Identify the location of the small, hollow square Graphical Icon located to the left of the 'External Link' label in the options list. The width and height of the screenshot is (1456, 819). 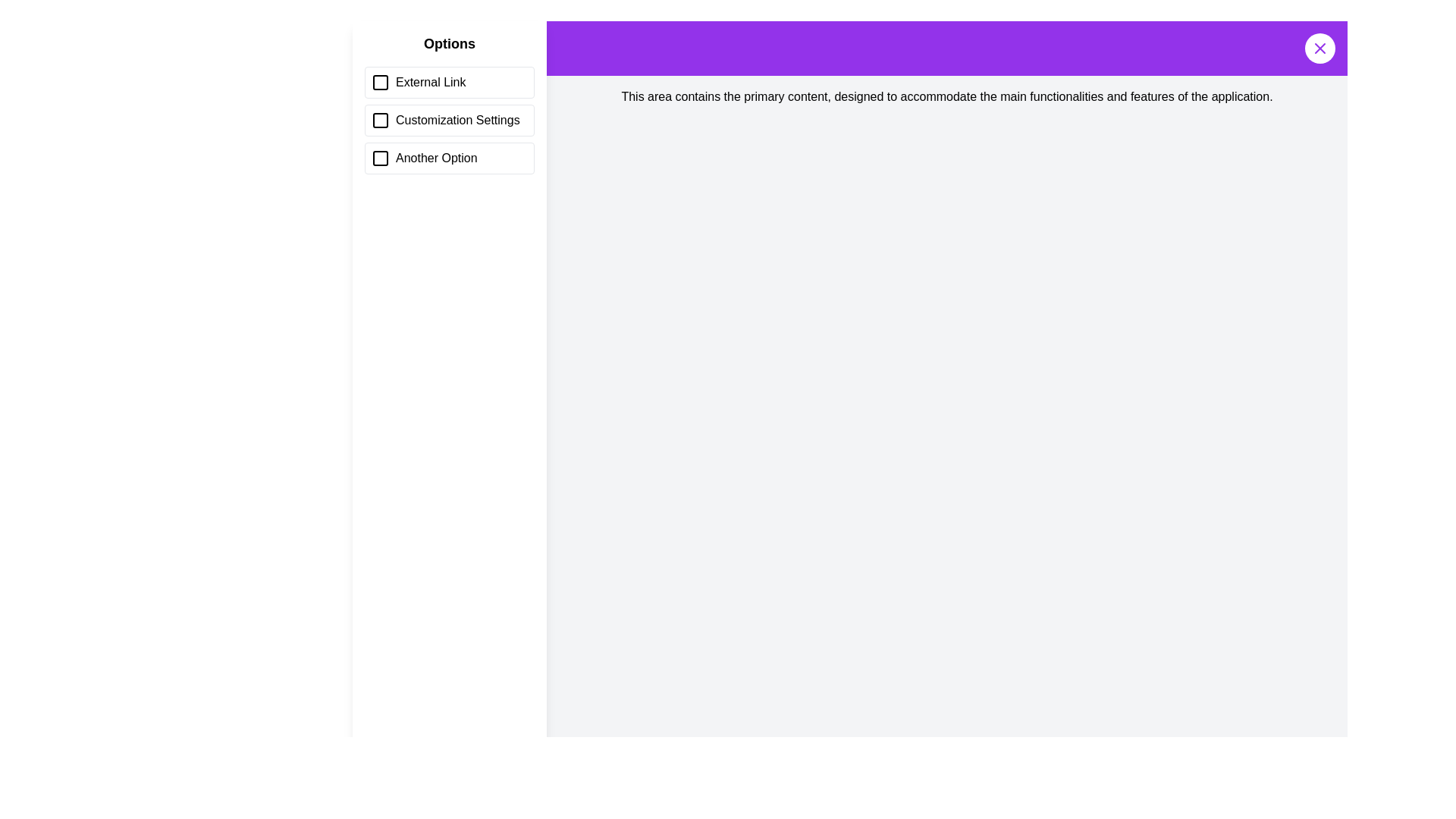
(381, 82).